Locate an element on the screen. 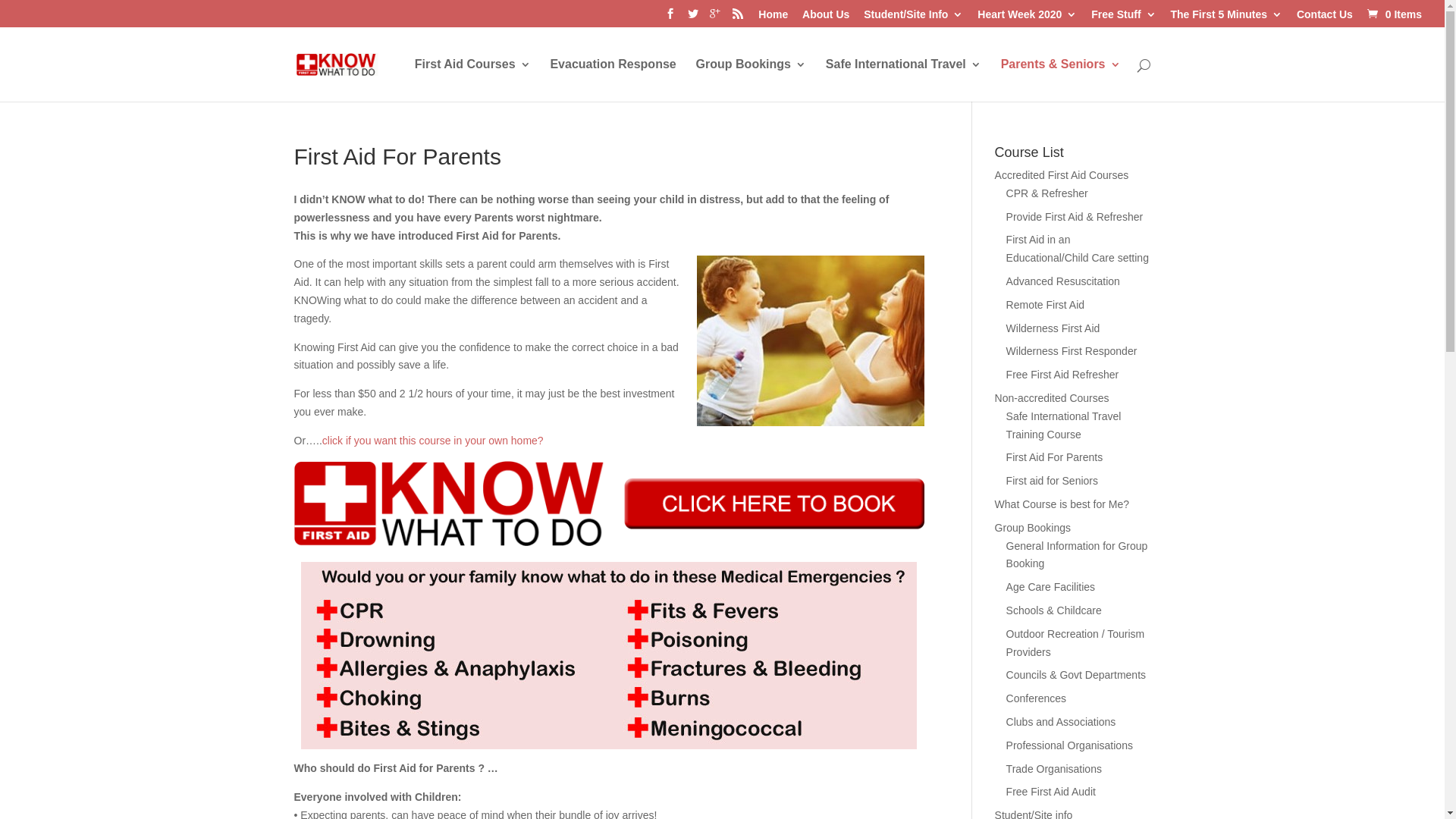 The image size is (1456, 819). 'Home' is located at coordinates (773, 18).